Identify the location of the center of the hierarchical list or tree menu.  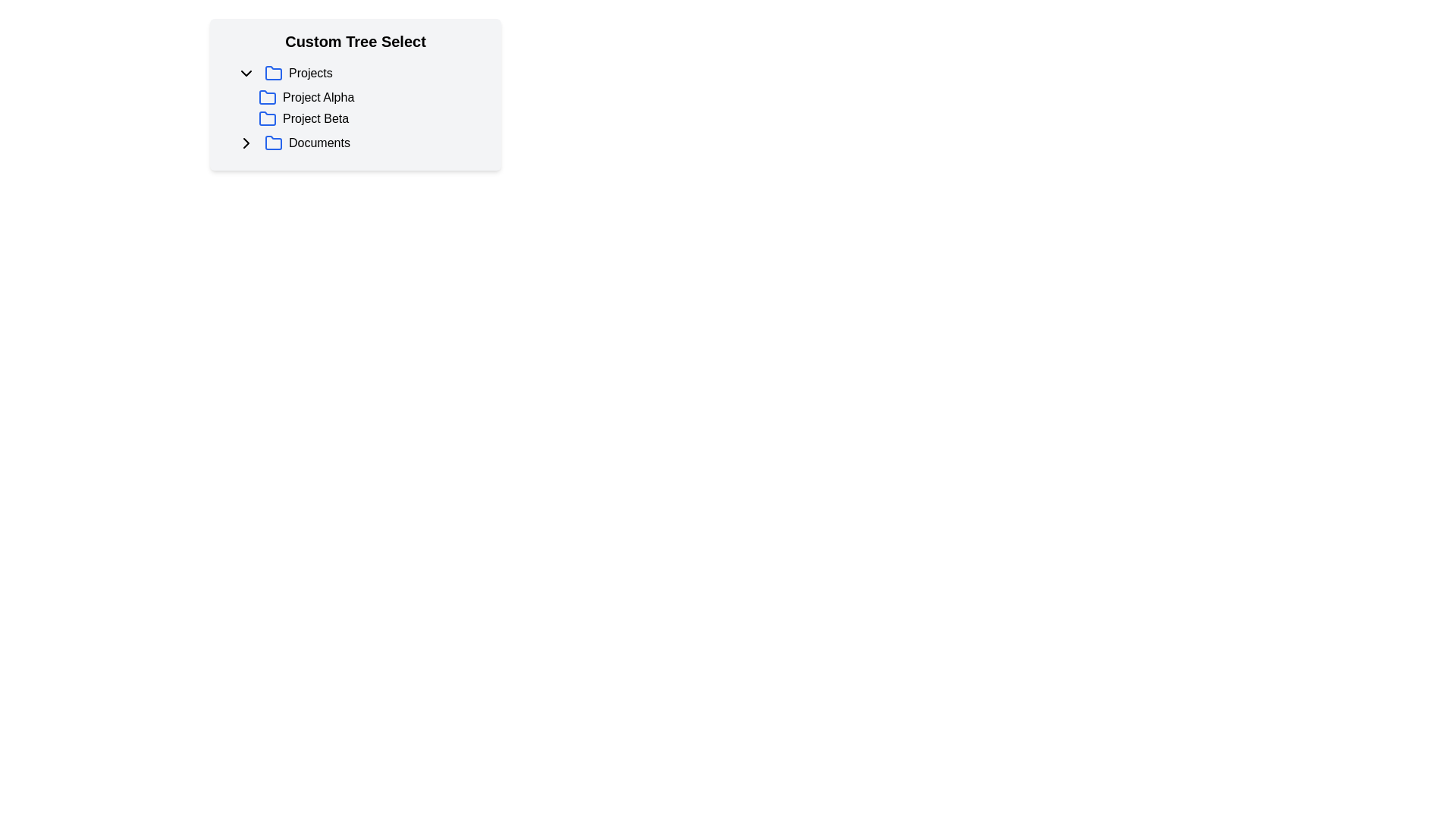
(355, 93).